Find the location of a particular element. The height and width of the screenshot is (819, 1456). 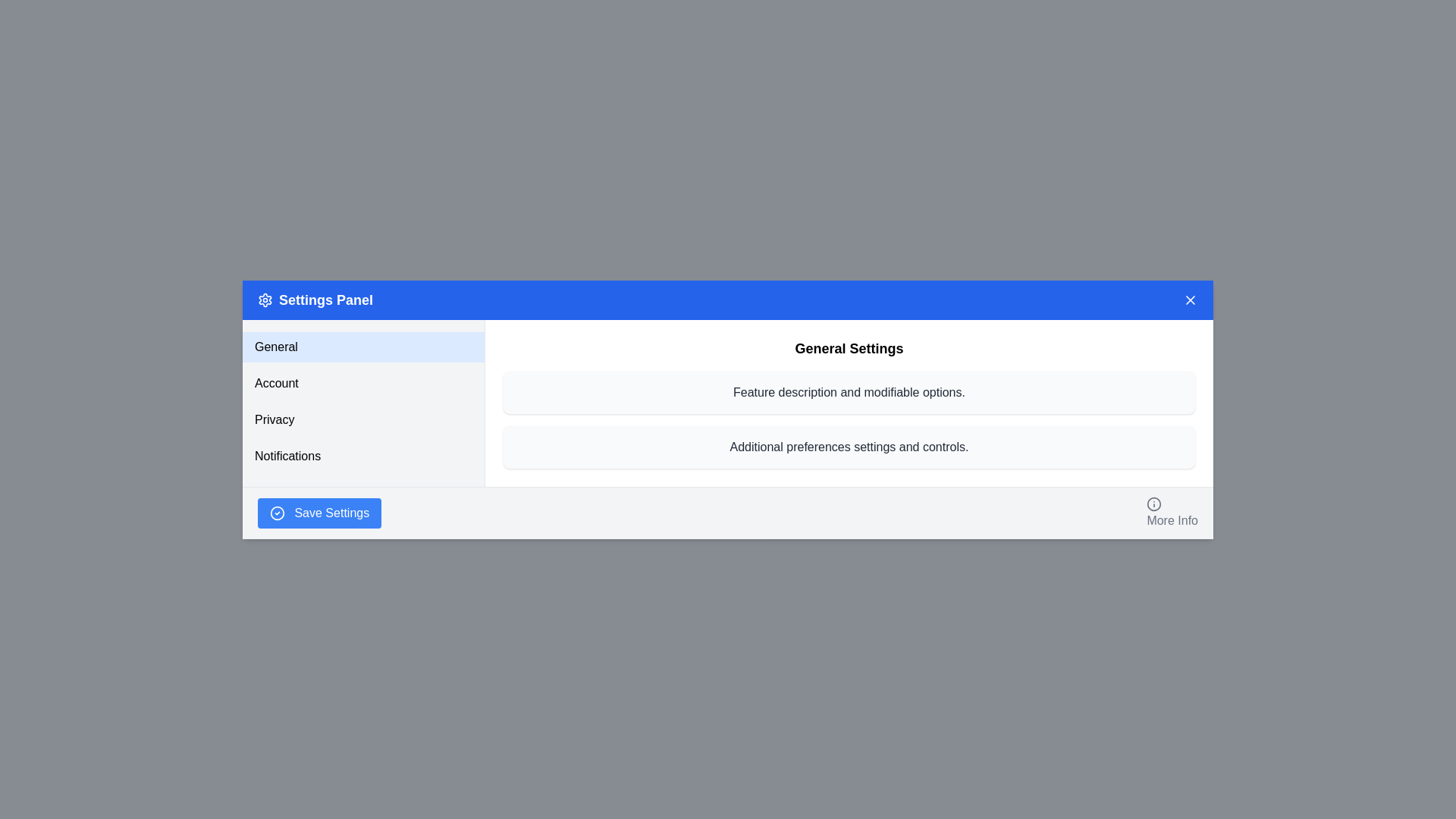

the close icon represented by an 'X' symbol on the top-right corner of the 'Settings Panel' is located at coordinates (1189, 300).